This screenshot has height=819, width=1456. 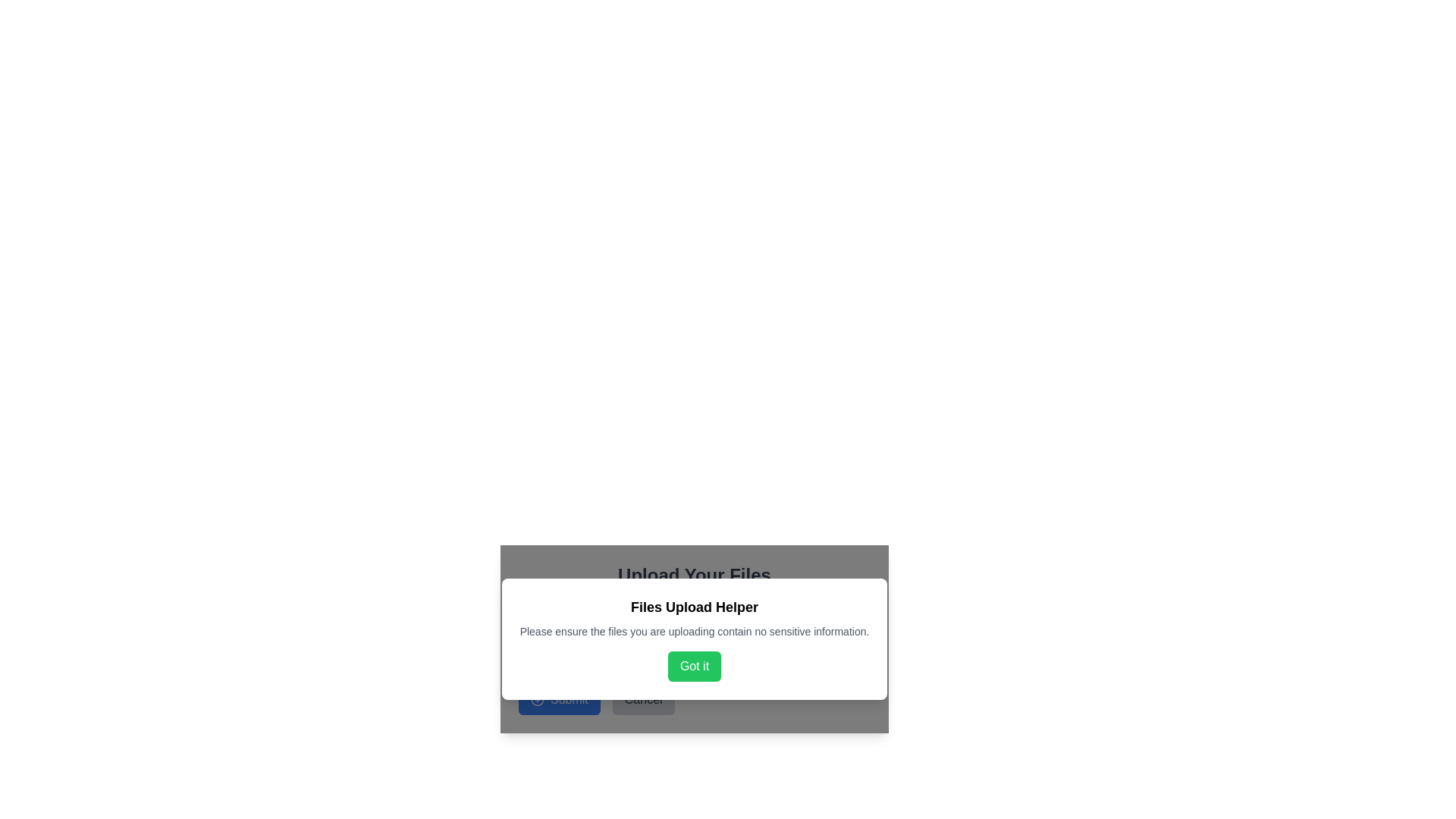 I want to click on the circular outline of the 'plus in a circle' SVG icon located in the bottom-left corner of the modal, so click(x=538, y=699).